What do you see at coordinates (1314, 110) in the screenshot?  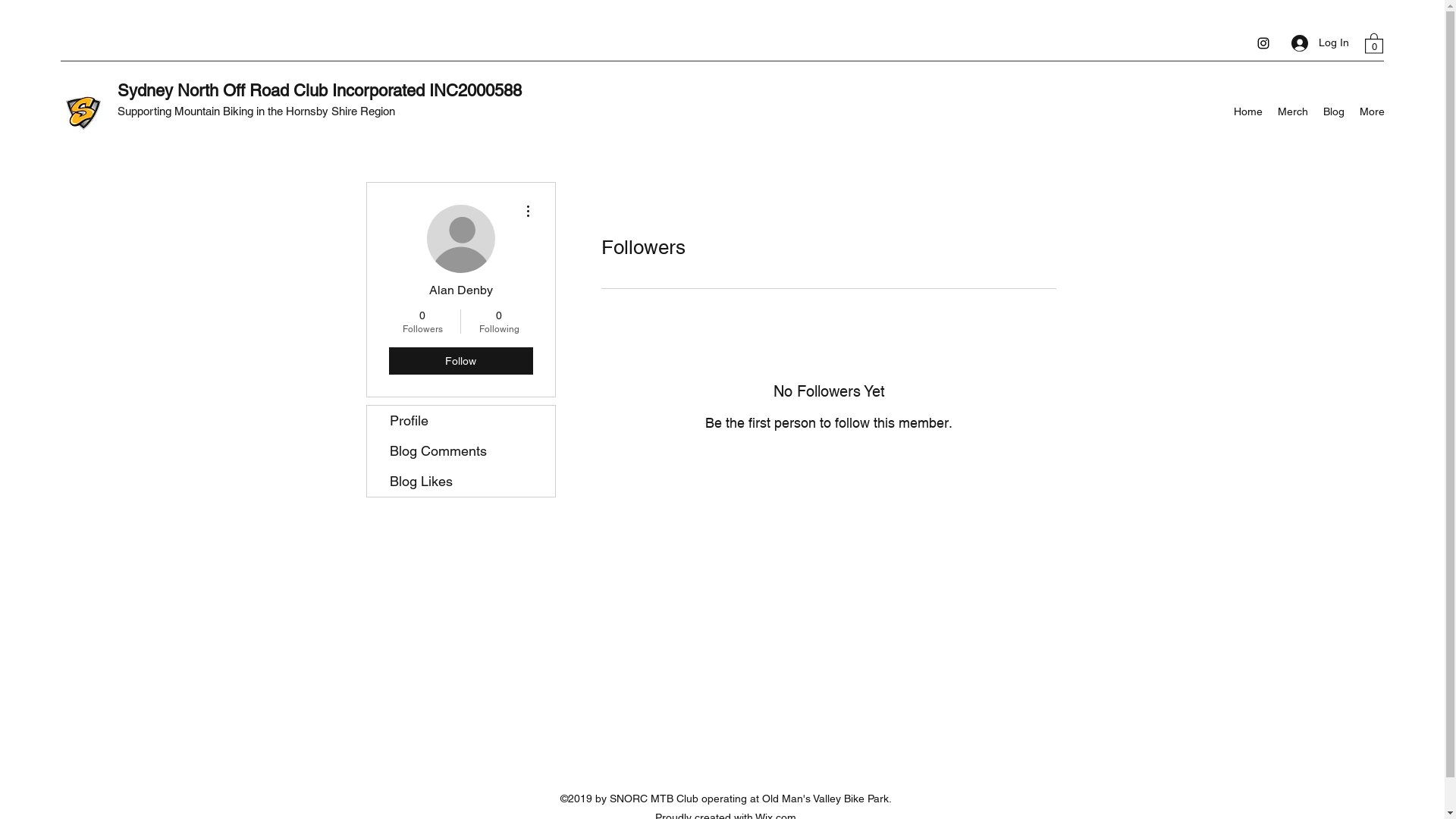 I see `'Blog'` at bounding box center [1314, 110].